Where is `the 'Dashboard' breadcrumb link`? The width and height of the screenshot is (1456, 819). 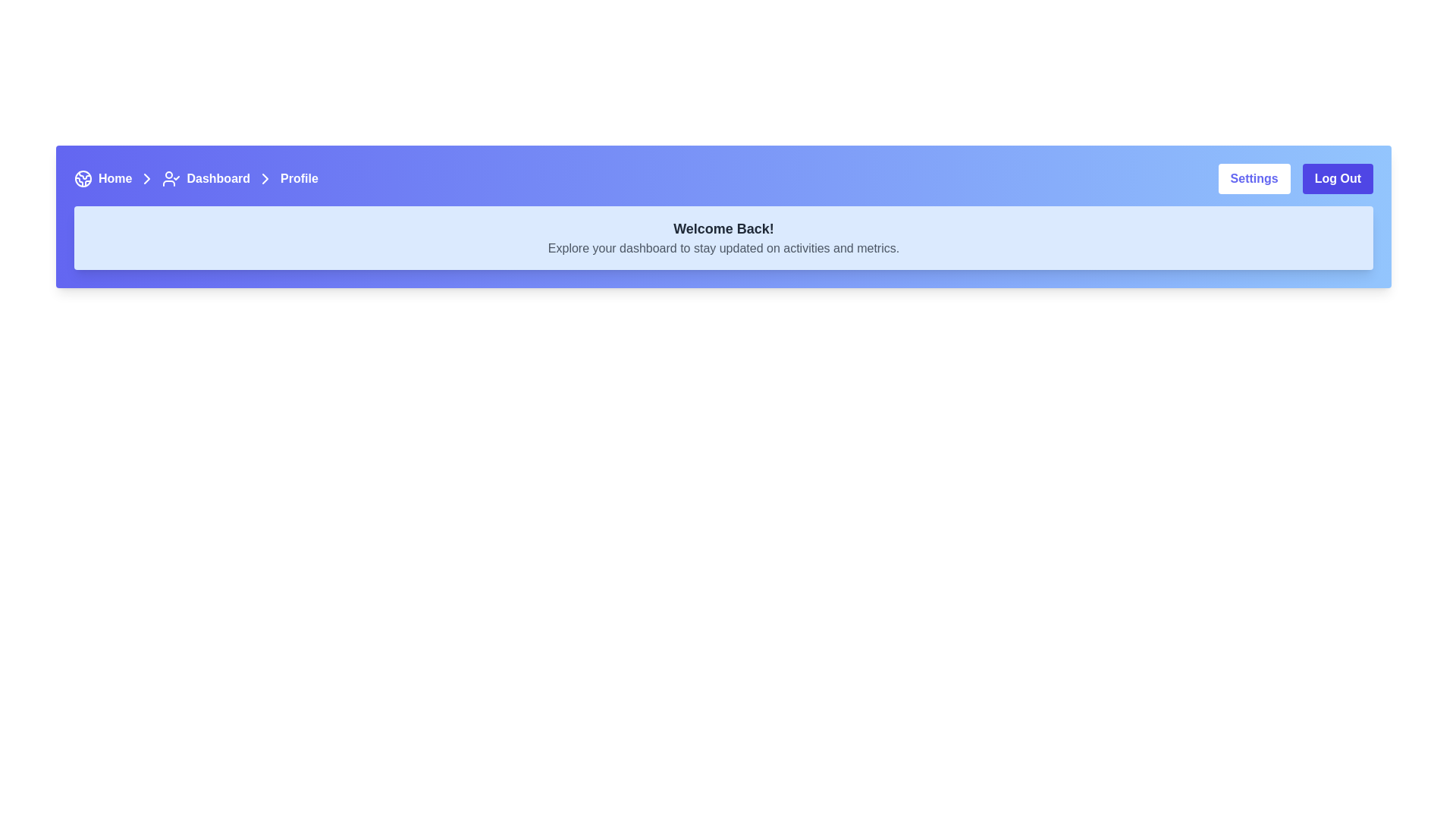 the 'Dashboard' breadcrumb link is located at coordinates (195, 177).